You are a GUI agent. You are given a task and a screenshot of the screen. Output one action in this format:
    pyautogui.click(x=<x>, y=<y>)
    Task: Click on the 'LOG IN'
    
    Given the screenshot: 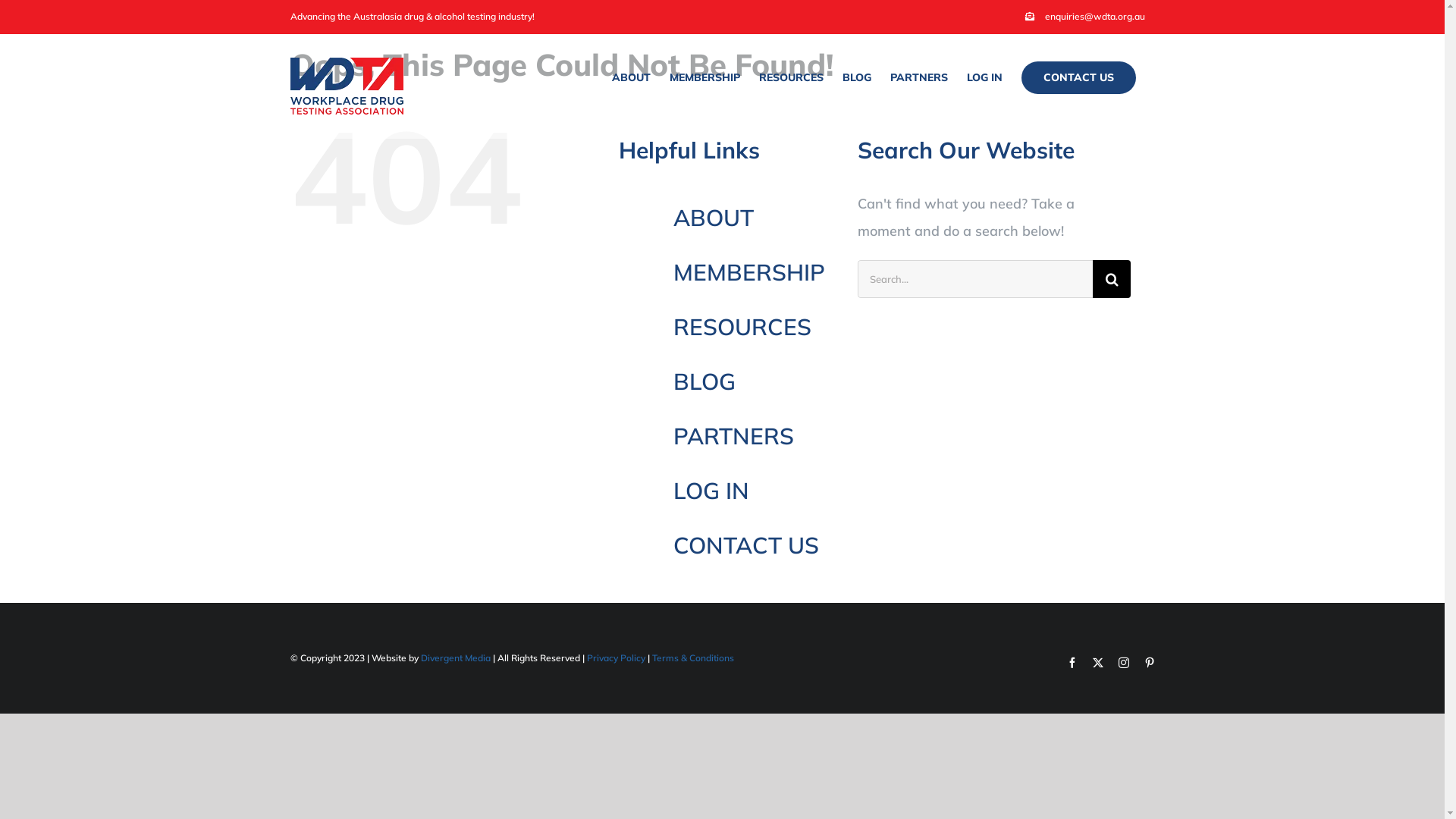 What is the action you would take?
    pyautogui.click(x=710, y=491)
    